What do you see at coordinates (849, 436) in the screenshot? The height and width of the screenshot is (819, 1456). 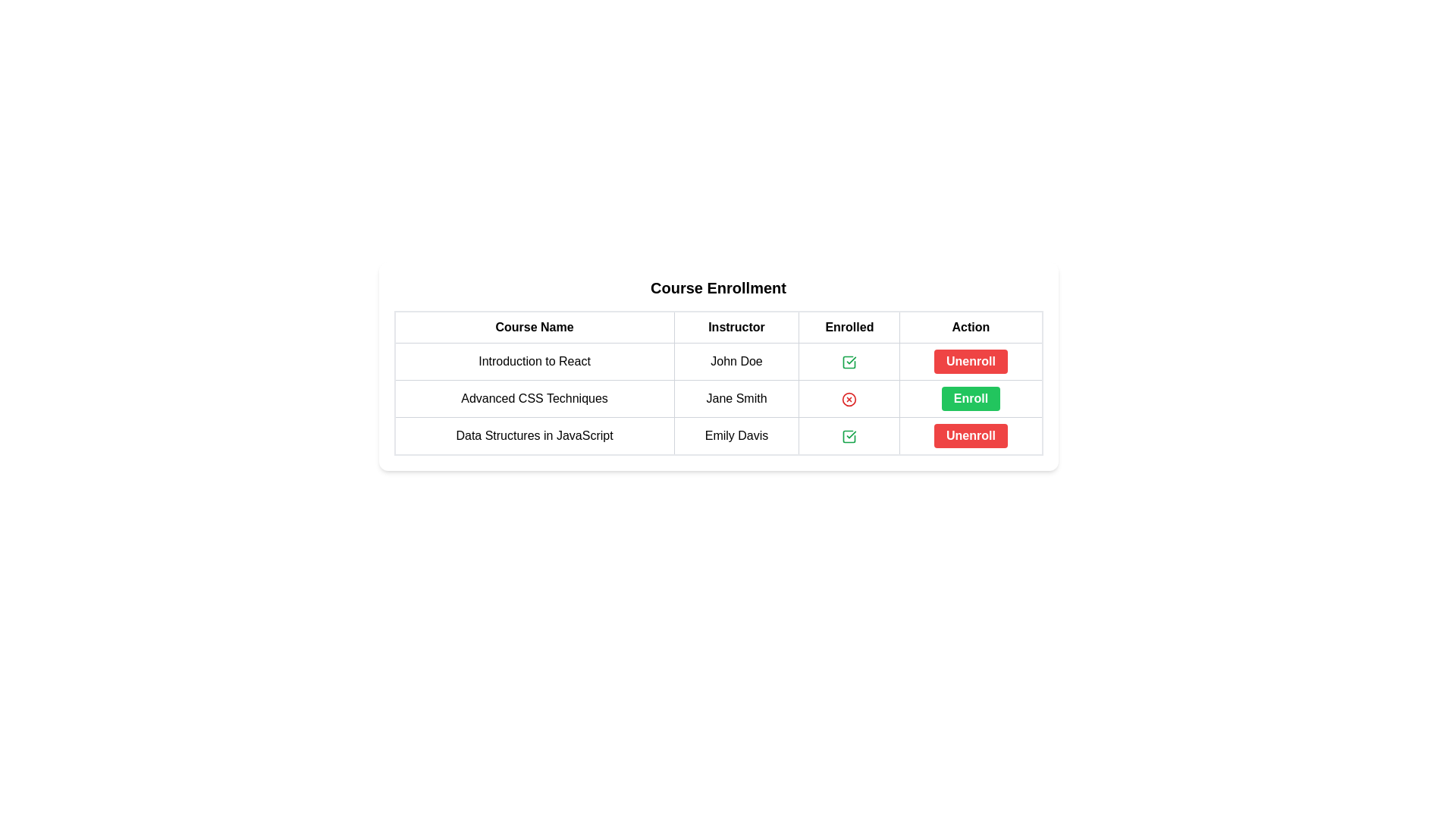 I see `the Status indicator icon for the course 'Data Structures in JavaScript' in the 'Enrolled' column of the third row, which visually indicates the enrolled status` at bounding box center [849, 436].